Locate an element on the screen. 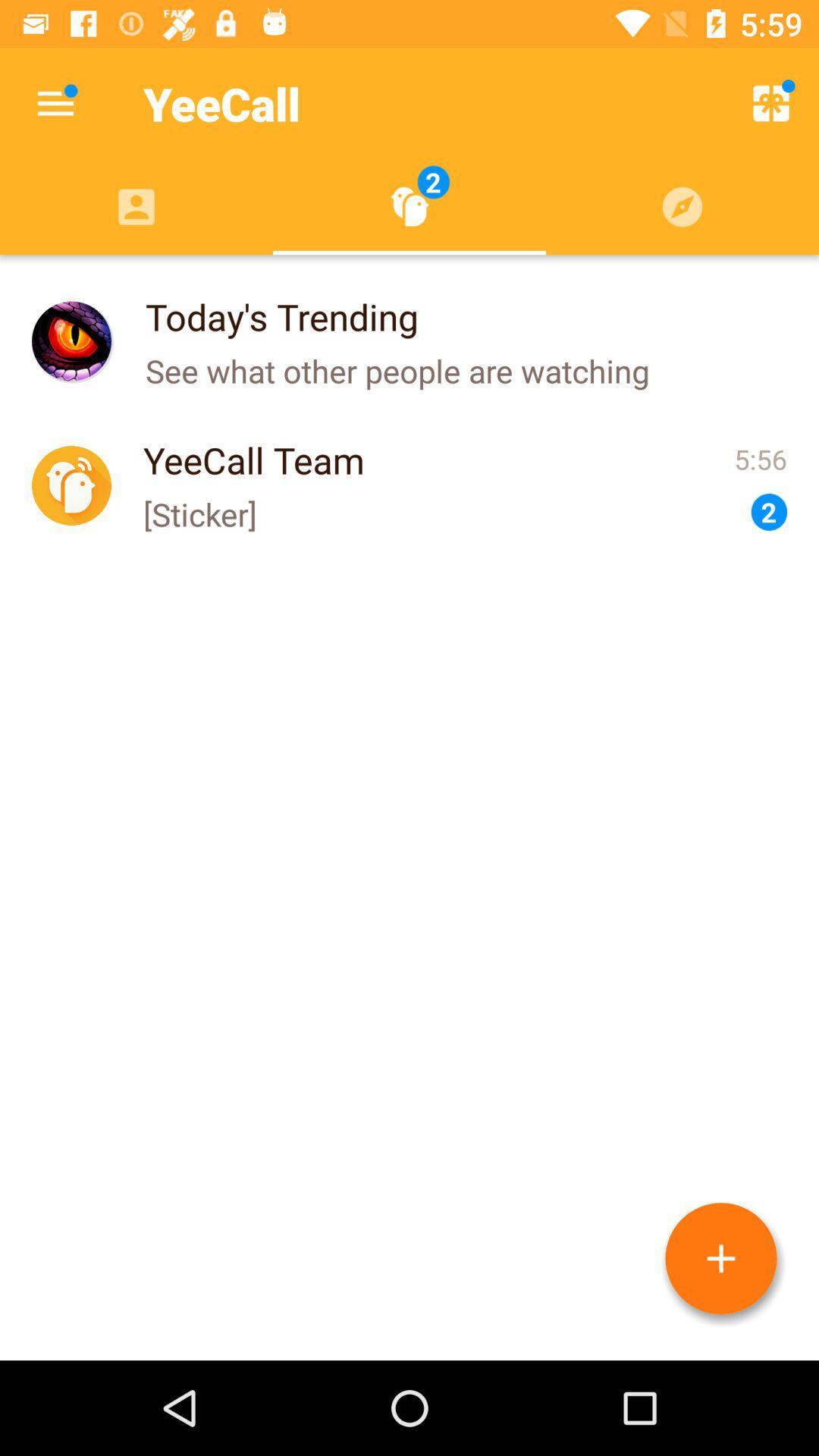 This screenshot has height=1456, width=819. the item below the 2 icon is located at coordinates (720, 1258).